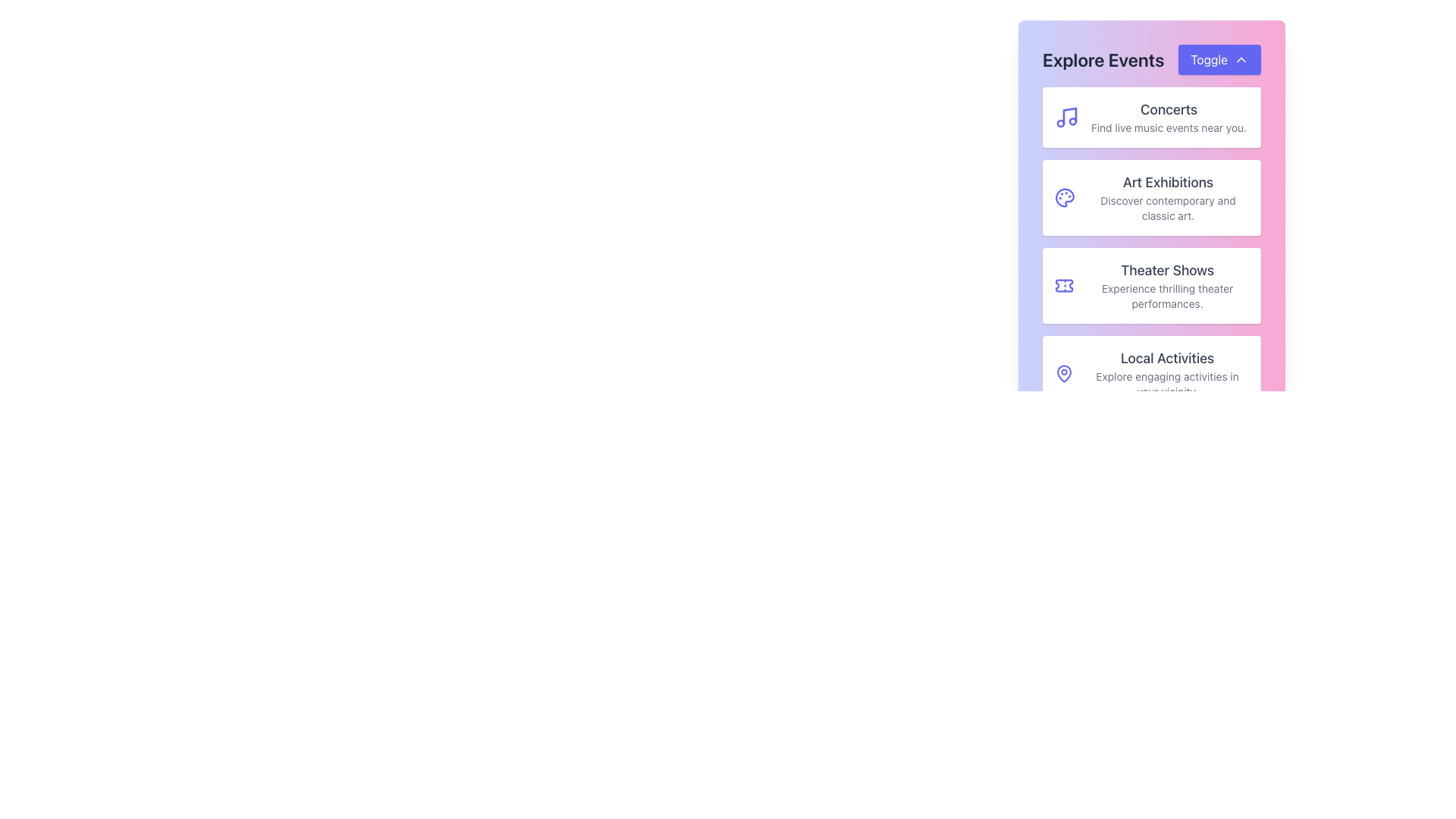 The height and width of the screenshot is (819, 1456). I want to click on the 'Events' text label, which serves as the title for the section indicating the content related to events, so click(1103, 58).